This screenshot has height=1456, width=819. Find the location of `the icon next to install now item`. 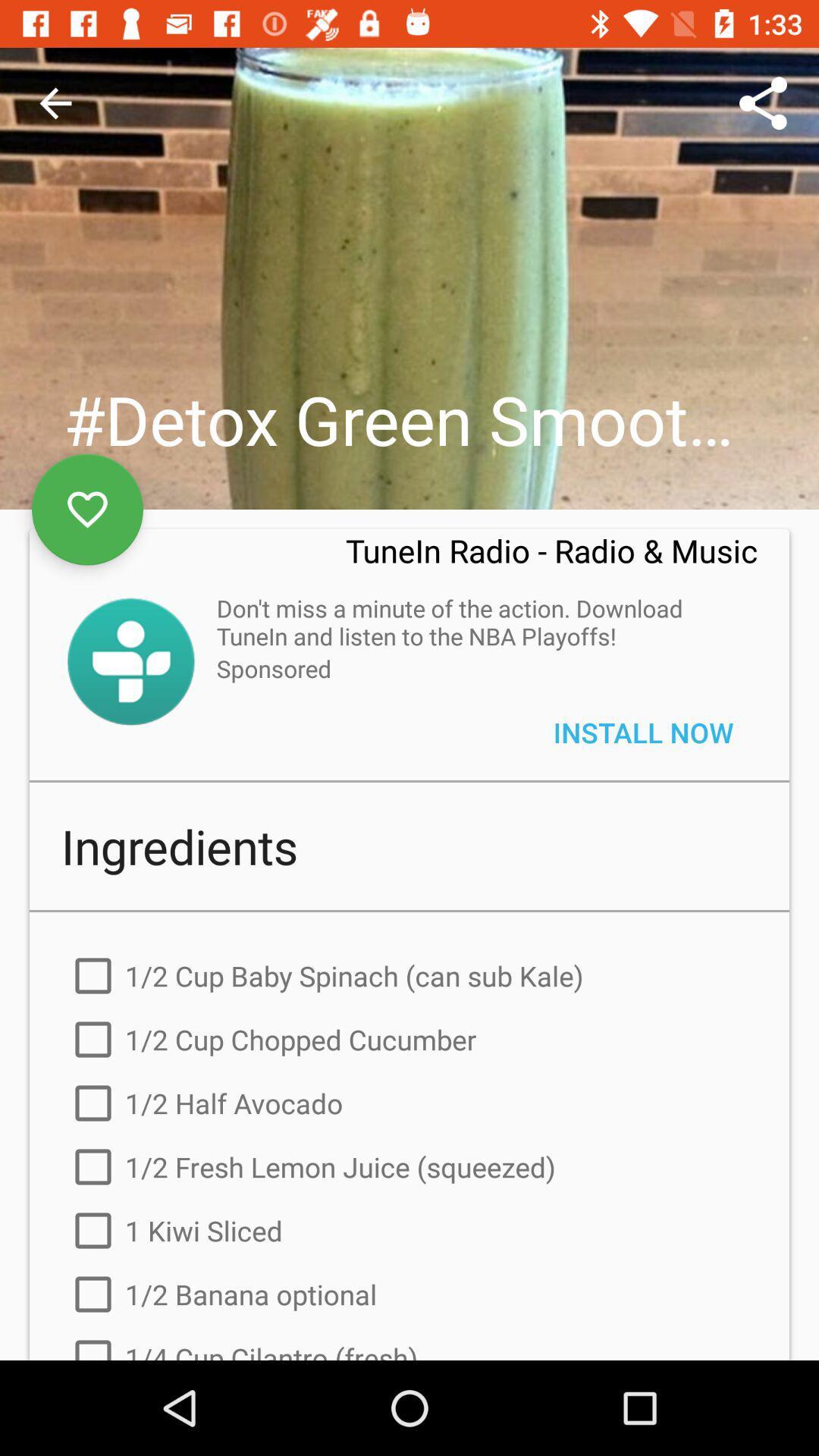

the icon next to install now item is located at coordinates (274, 667).